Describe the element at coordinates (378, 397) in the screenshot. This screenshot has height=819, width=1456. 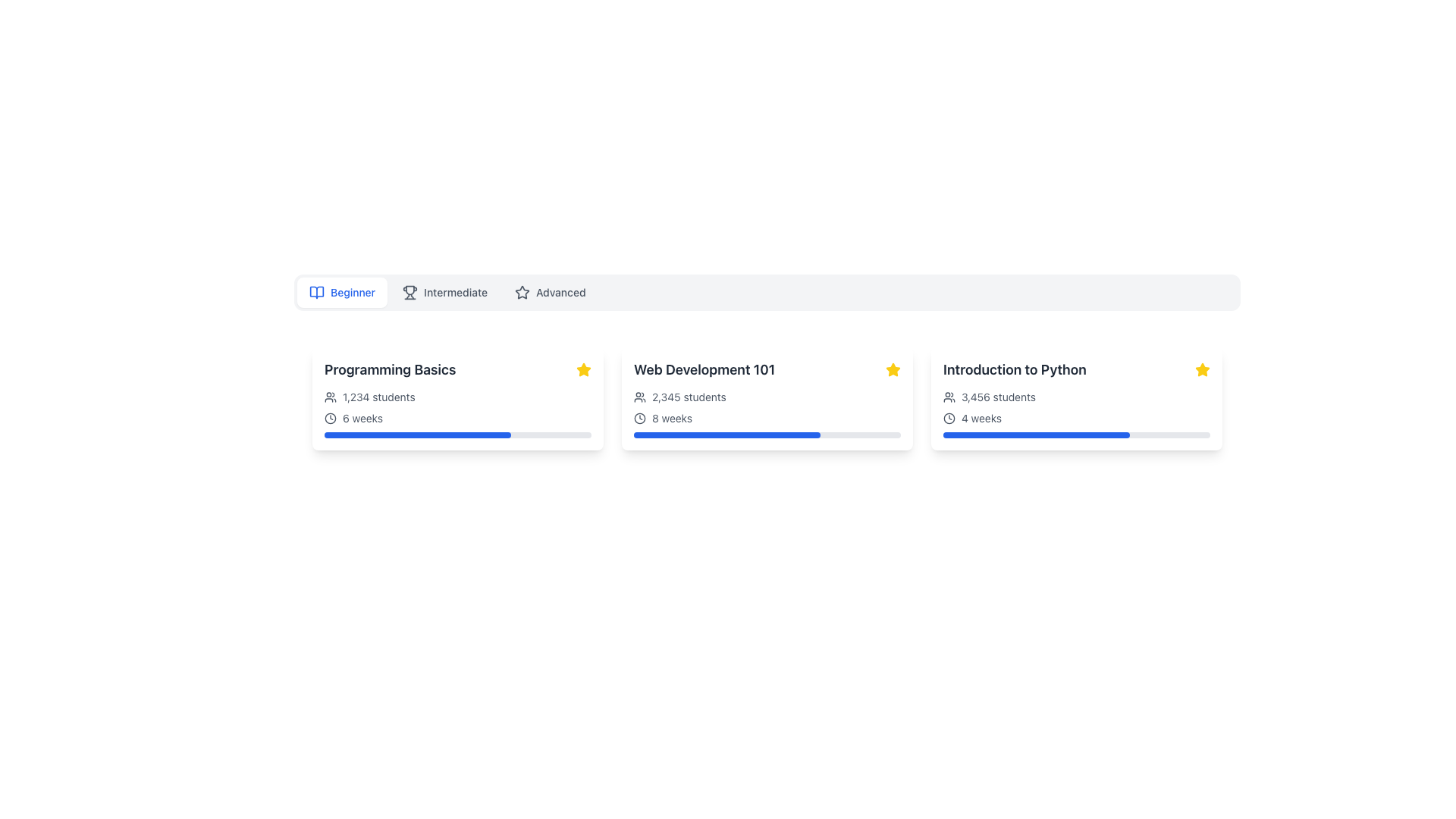
I see `the text label displaying '1,234 students', which is styled in gray and positioned to the right of a user group icon within the same horizontal layout` at that location.